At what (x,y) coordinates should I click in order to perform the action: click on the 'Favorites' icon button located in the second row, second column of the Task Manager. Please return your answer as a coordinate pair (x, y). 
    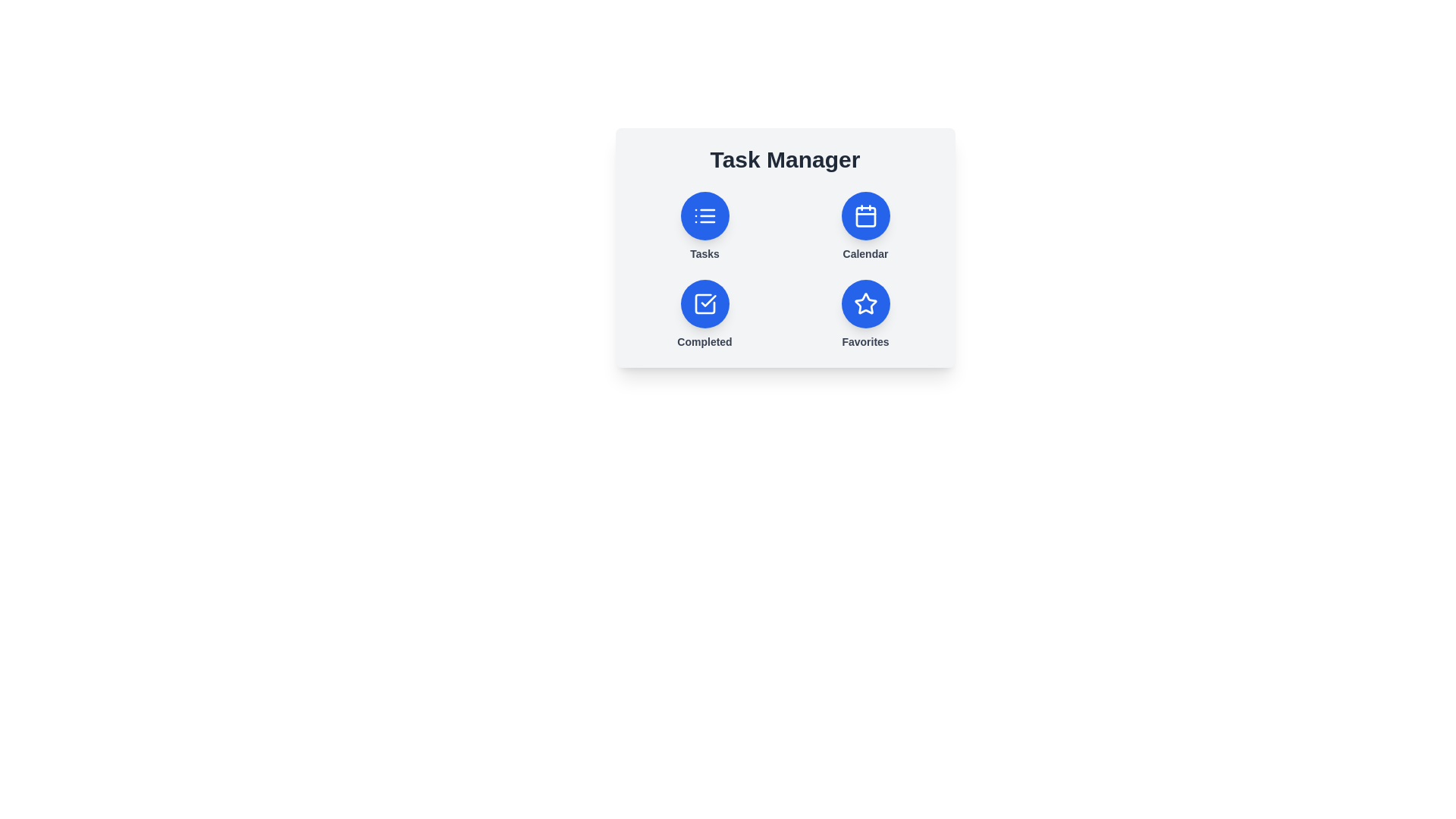
    Looking at the image, I should click on (865, 303).